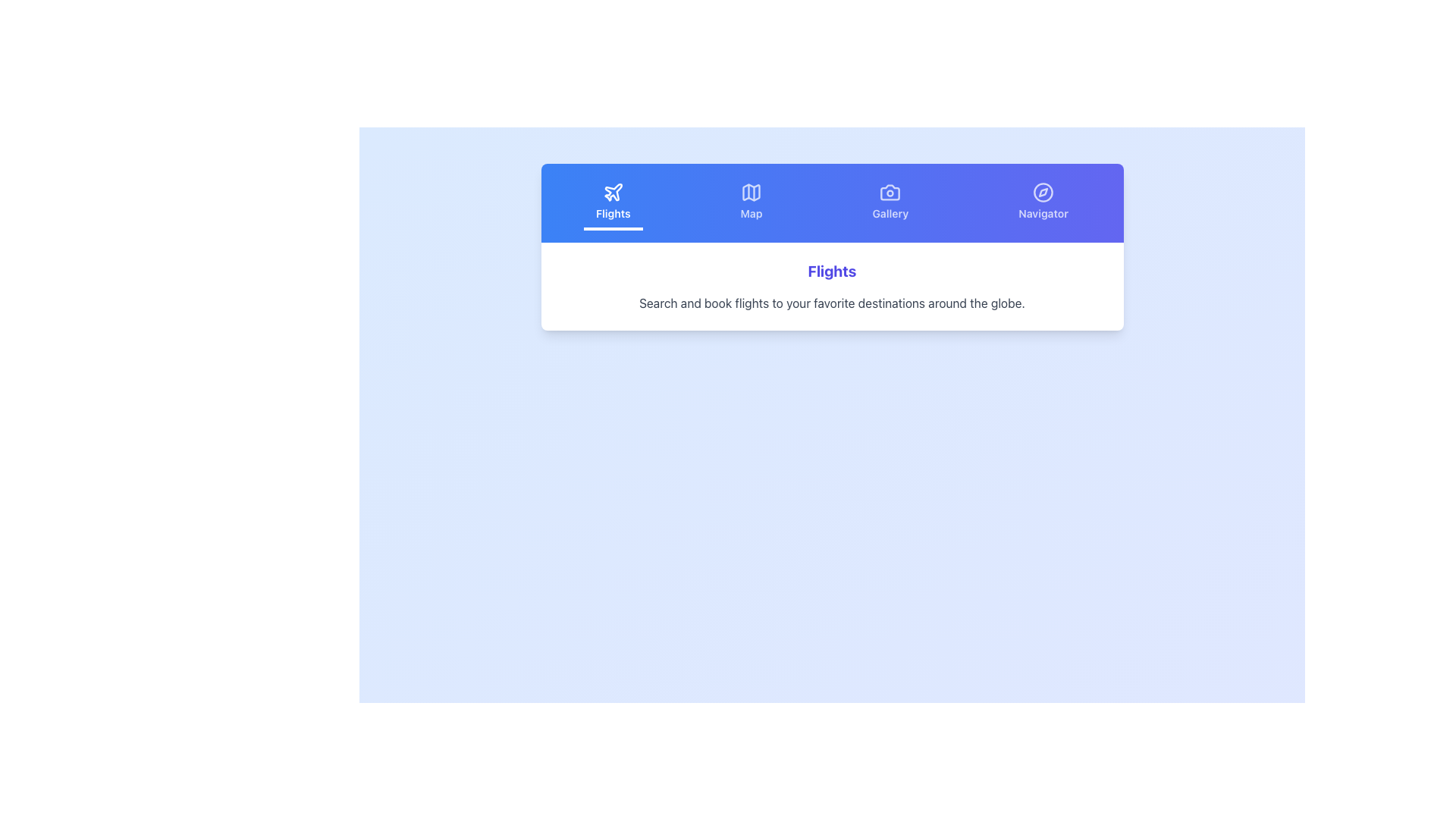 This screenshot has height=819, width=1456. Describe the element at coordinates (890, 192) in the screenshot. I see `the top section of the camera icon representing the 'Gallery' tab functionality within the interface` at that location.